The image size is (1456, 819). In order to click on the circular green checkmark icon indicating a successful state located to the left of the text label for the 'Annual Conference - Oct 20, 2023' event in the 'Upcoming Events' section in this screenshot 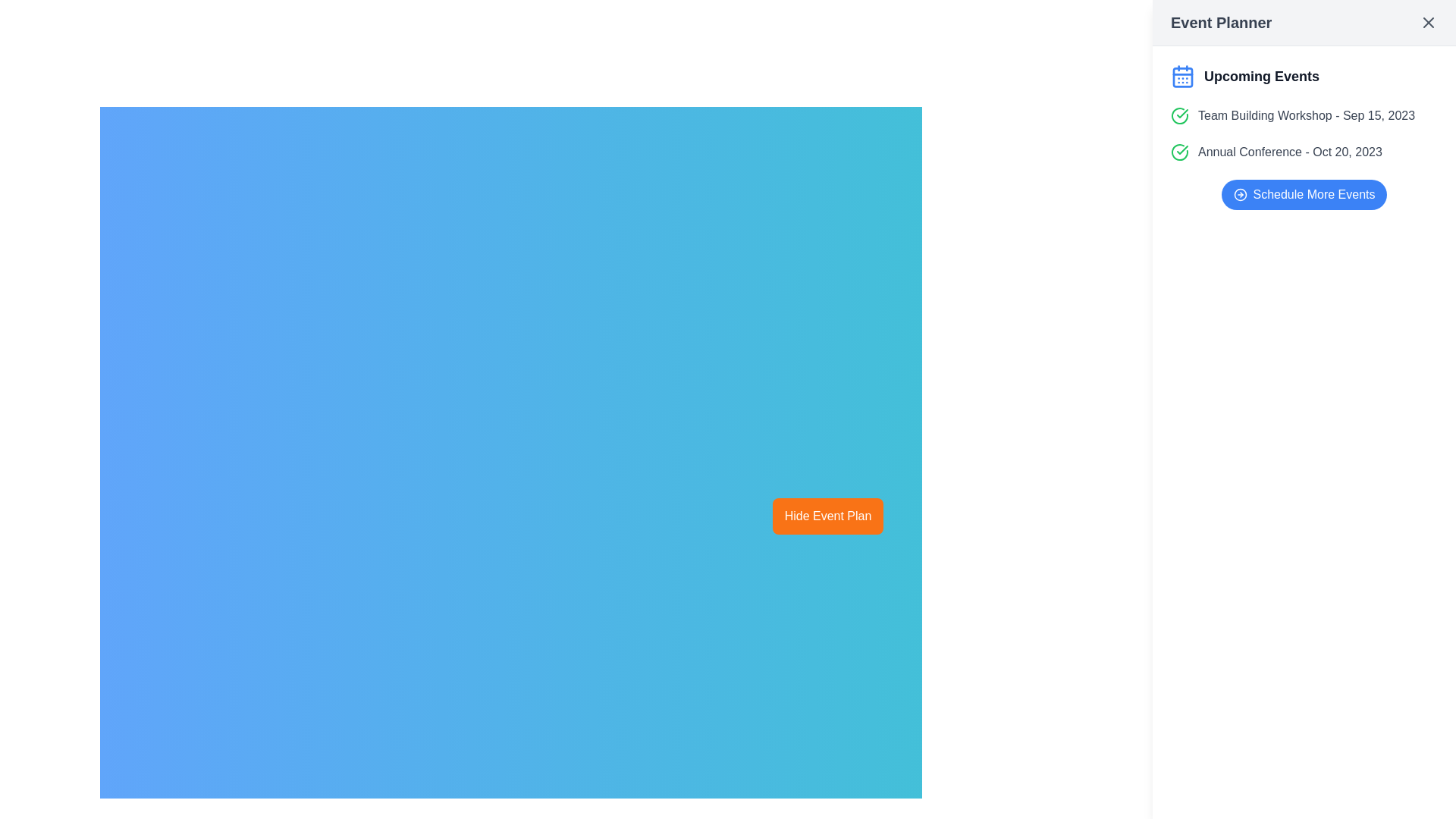, I will do `click(1178, 152)`.